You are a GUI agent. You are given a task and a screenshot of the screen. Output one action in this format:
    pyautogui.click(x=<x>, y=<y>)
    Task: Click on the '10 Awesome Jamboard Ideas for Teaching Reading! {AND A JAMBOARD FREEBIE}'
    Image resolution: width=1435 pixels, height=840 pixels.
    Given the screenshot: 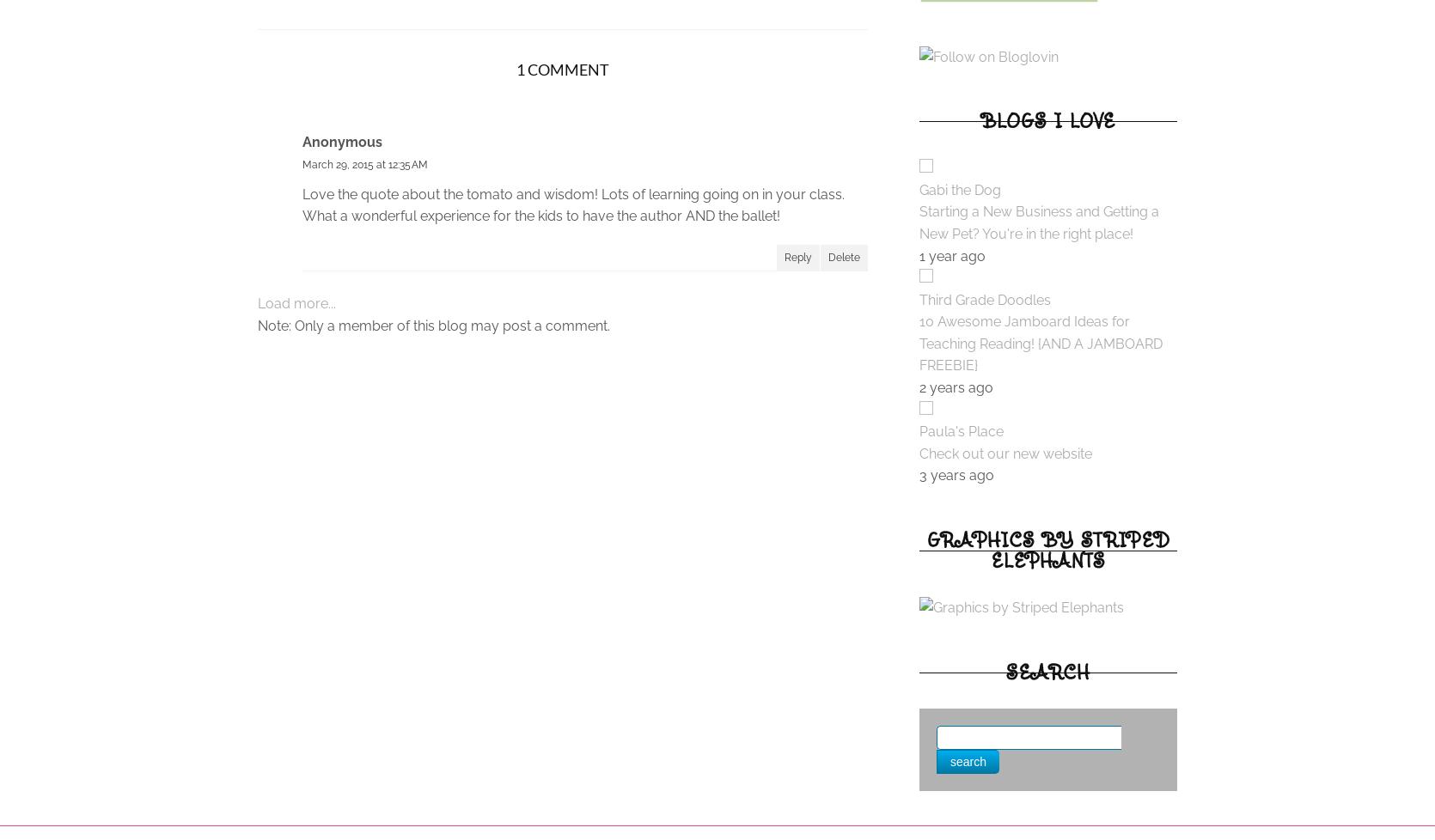 What is the action you would take?
    pyautogui.click(x=919, y=343)
    